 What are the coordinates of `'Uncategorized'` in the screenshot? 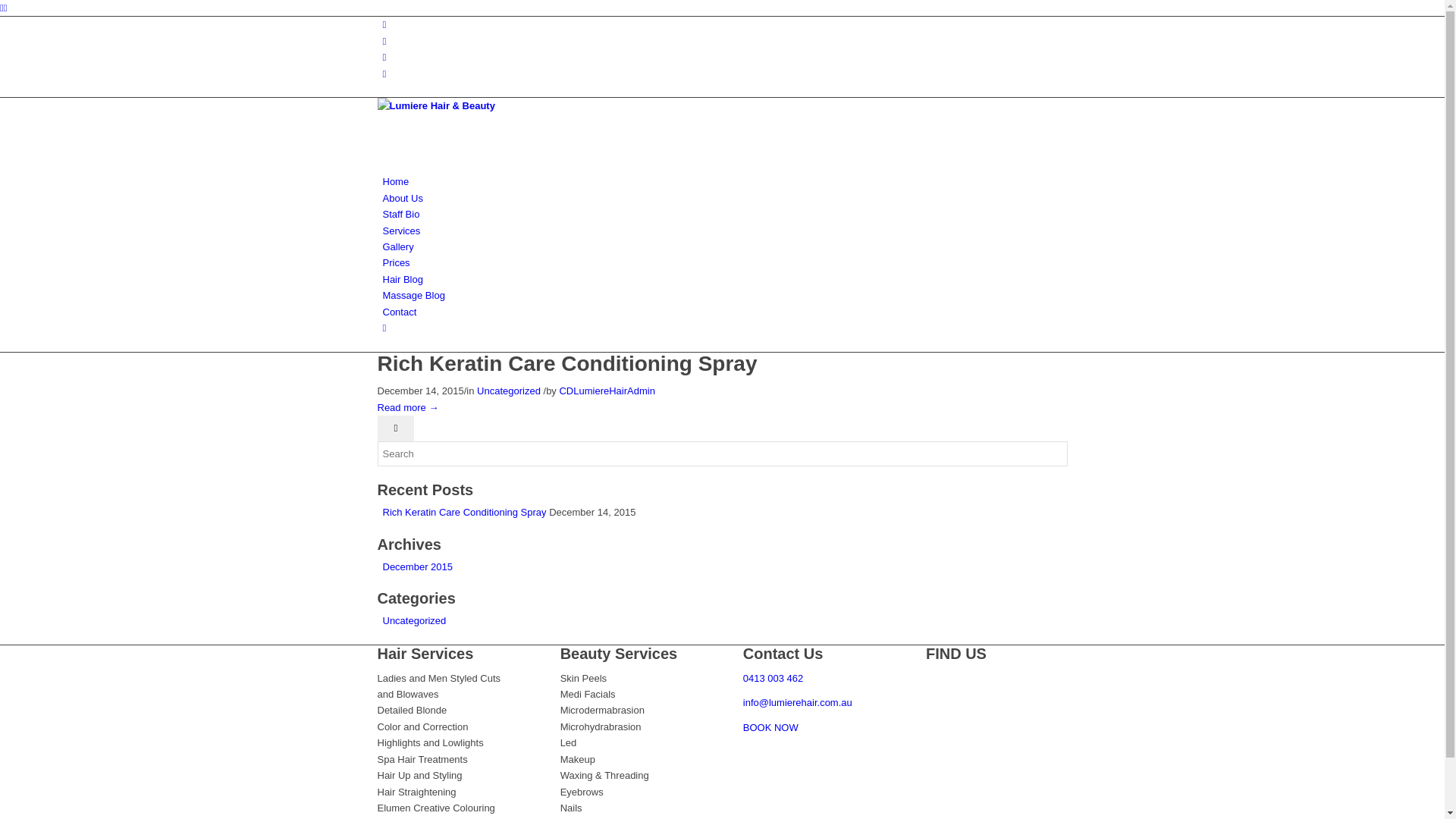 It's located at (509, 390).